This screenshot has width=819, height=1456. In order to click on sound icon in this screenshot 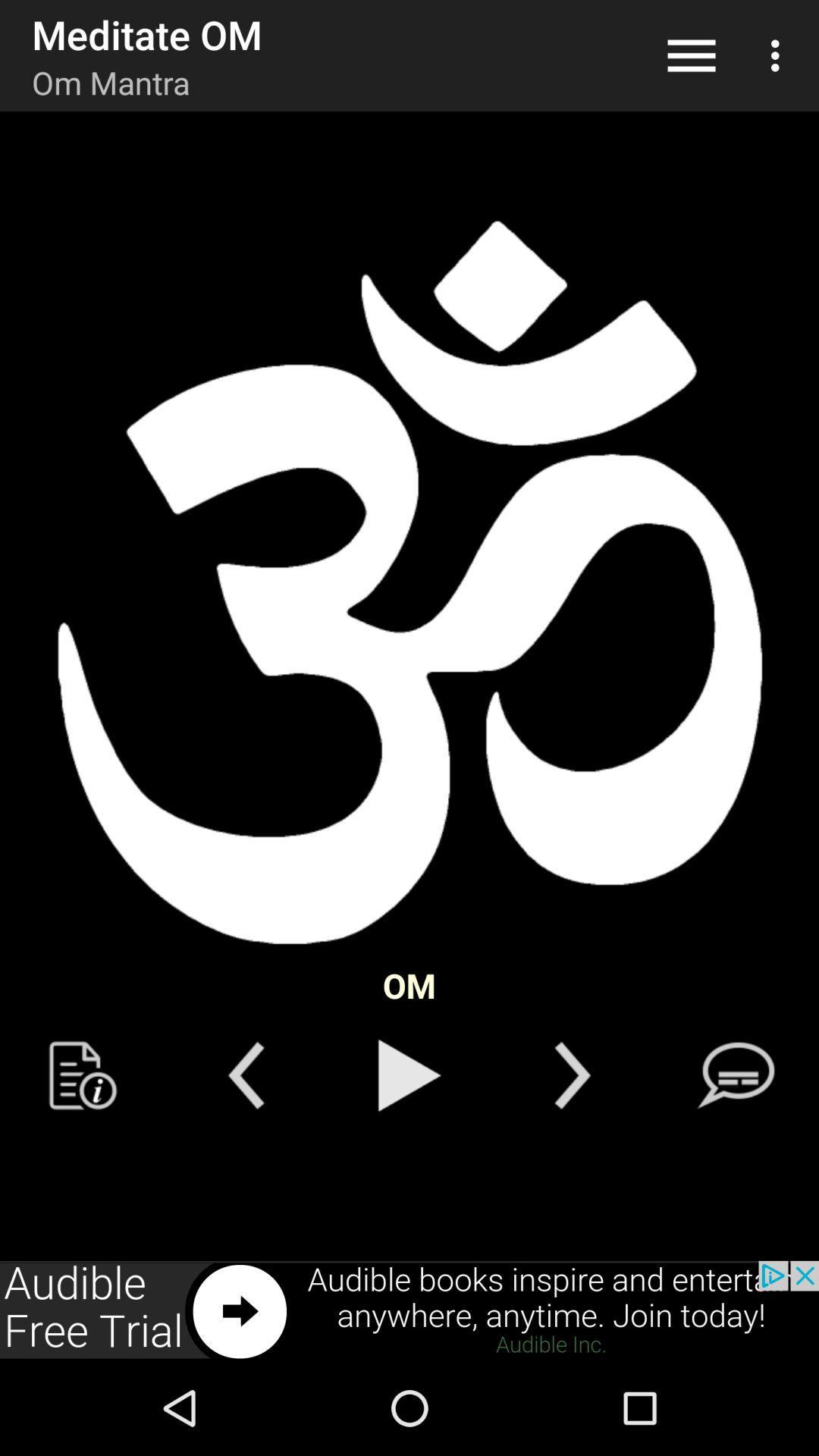, I will do `click(409, 582)`.